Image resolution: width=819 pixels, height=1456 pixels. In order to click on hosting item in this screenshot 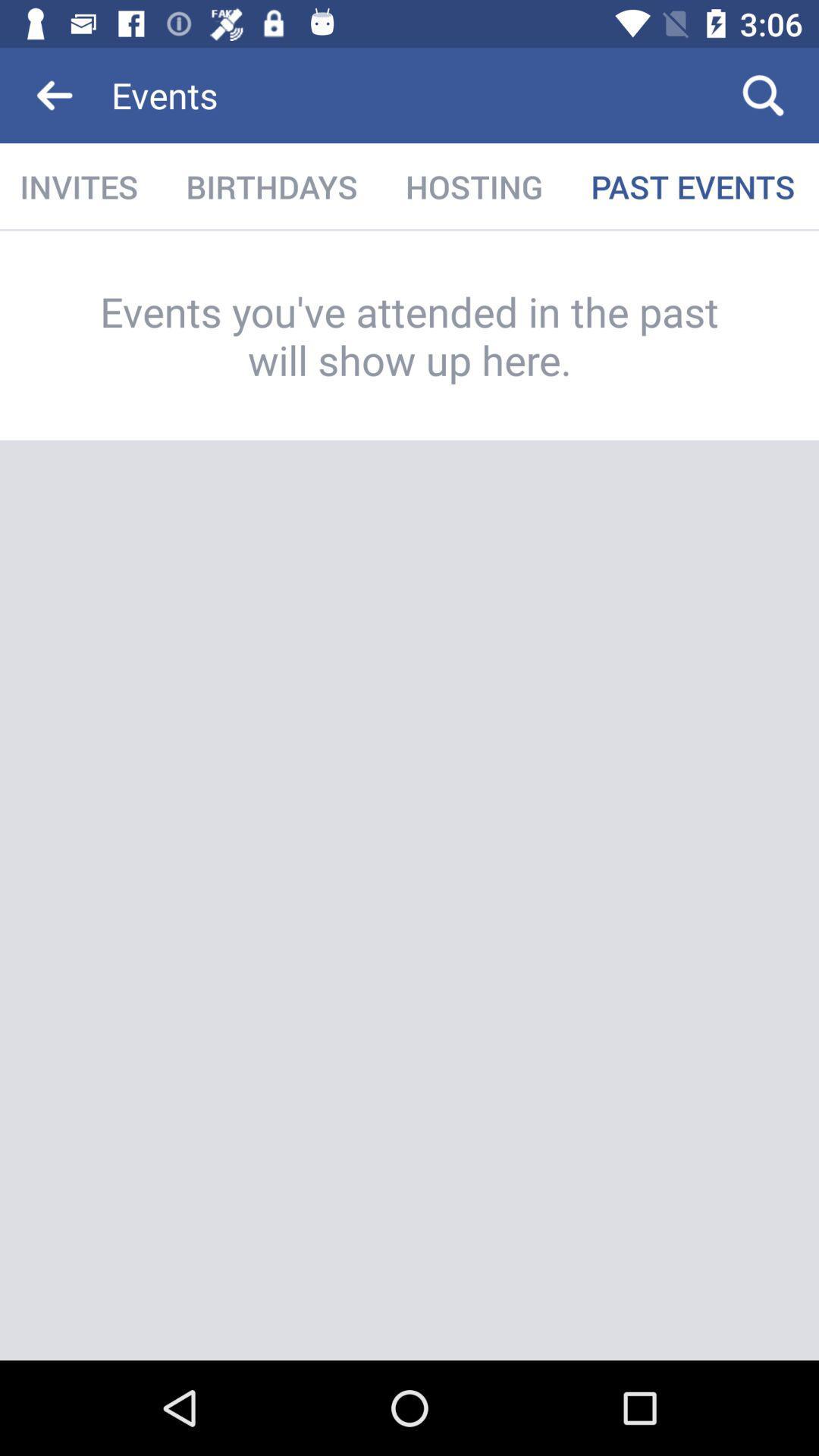, I will do `click(473, 186)`.